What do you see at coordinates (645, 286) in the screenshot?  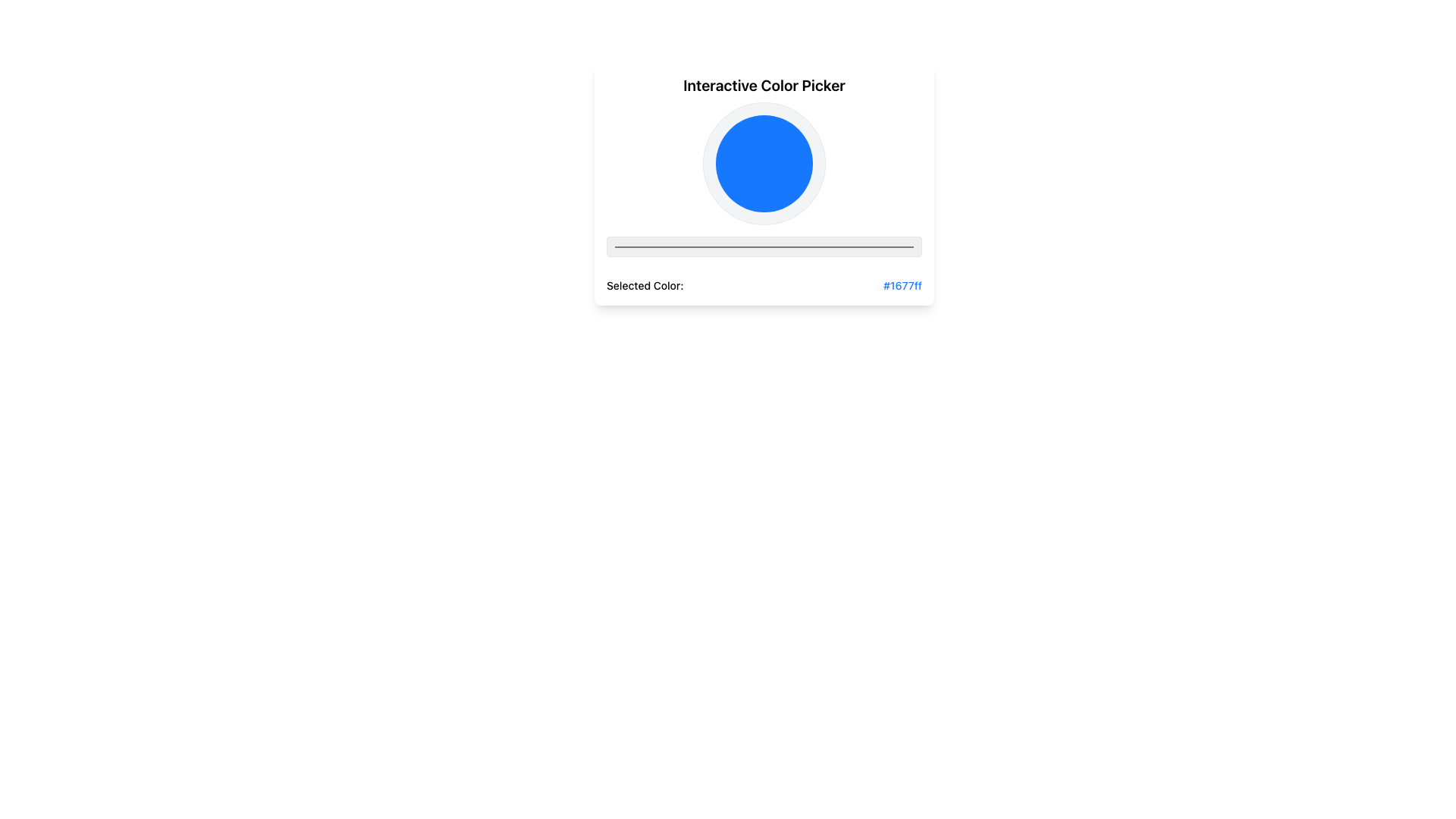 I see `the informational text label that describes the selected color's value, positioned to the left of the color display in the horizontal layout below the color picker` at bounding box center [645, 286].